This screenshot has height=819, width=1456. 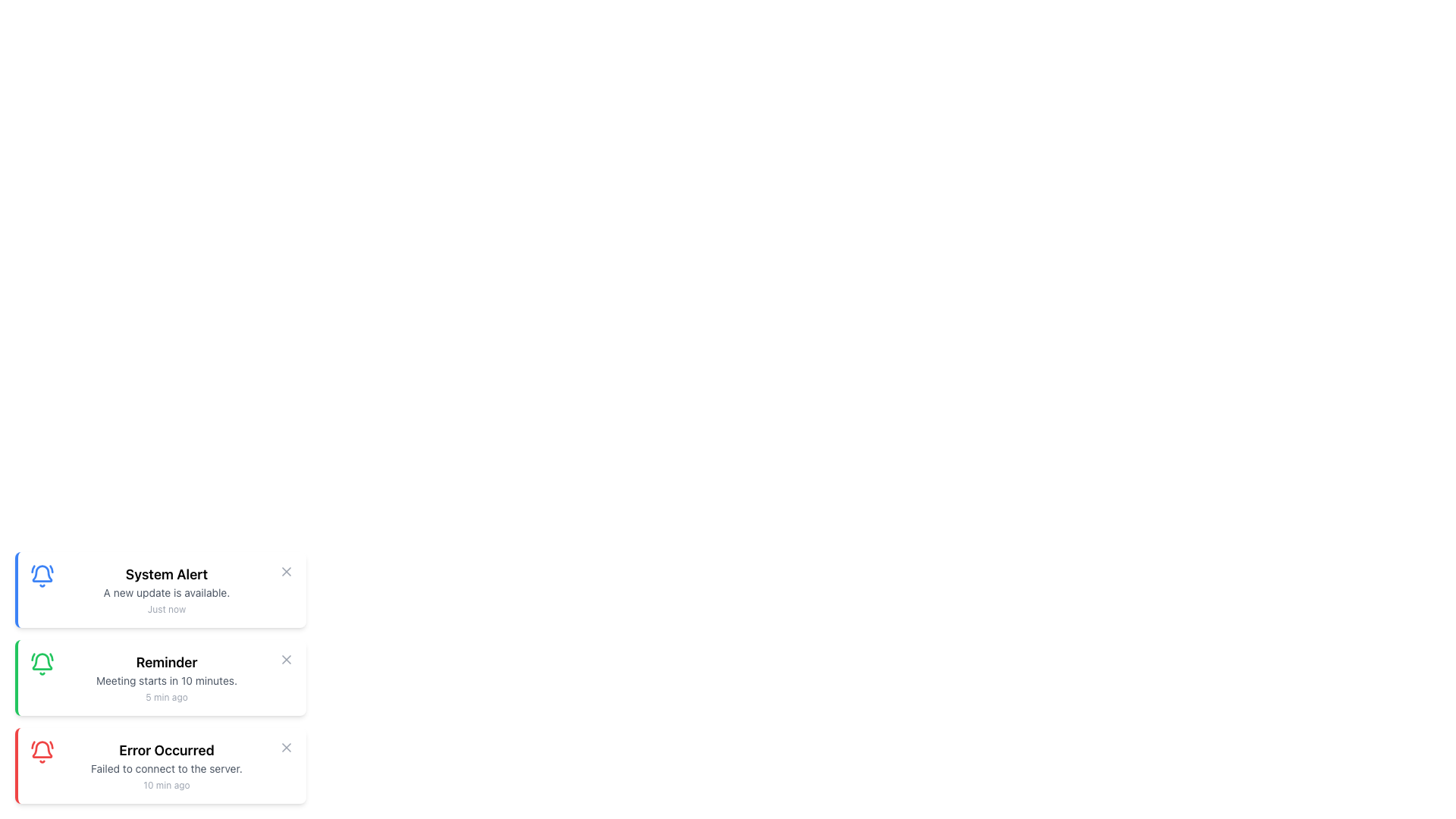 I want to click on the dismiss button located at the top-right corner of the 'Reminder' notification card, so click(x=287, y=659).